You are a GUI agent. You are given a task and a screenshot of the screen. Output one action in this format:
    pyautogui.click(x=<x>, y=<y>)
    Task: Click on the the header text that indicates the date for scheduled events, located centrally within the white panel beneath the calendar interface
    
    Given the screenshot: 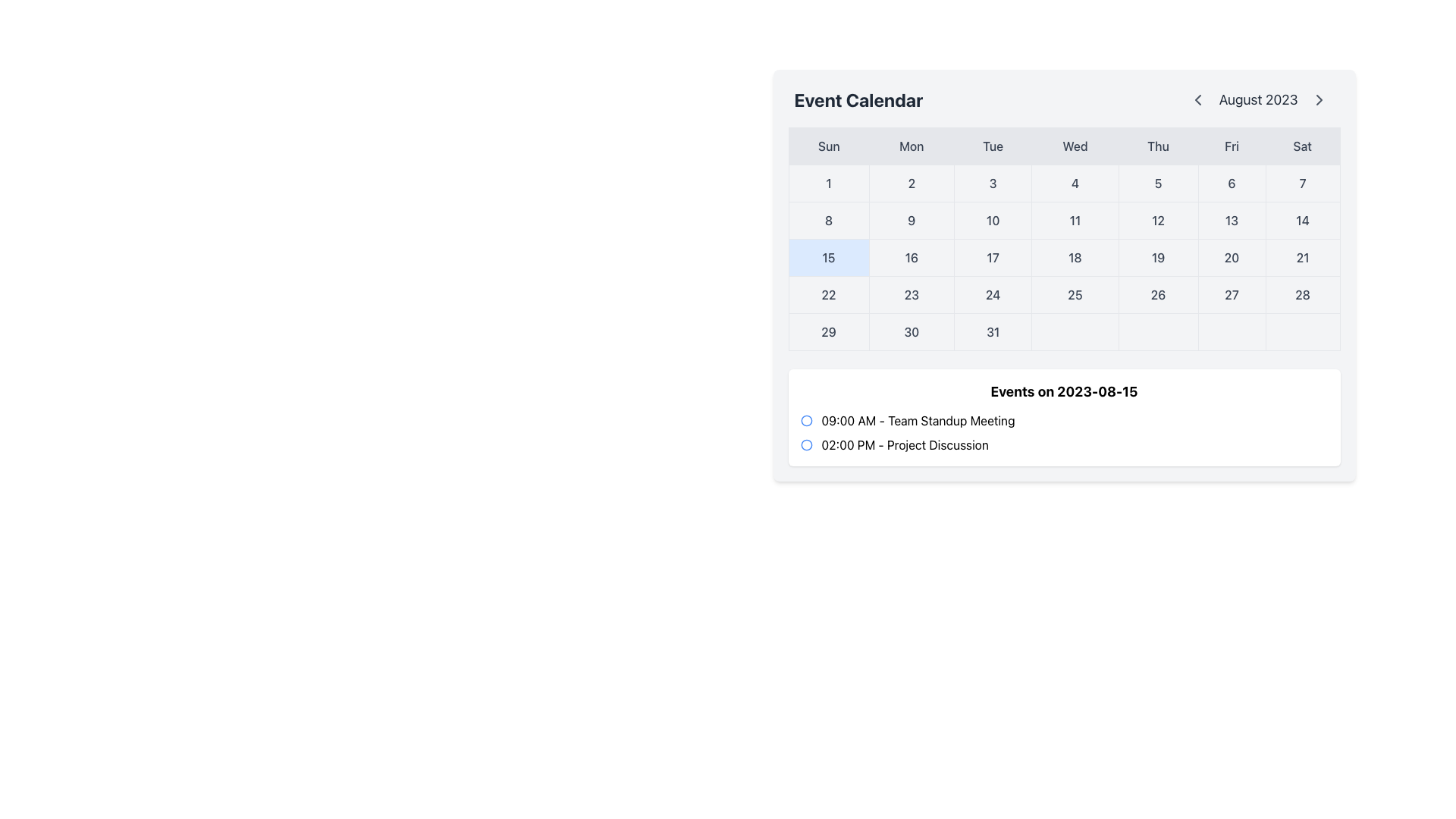 What is the action you would take?
    pyautogui.click(x=1063, y=391)
    